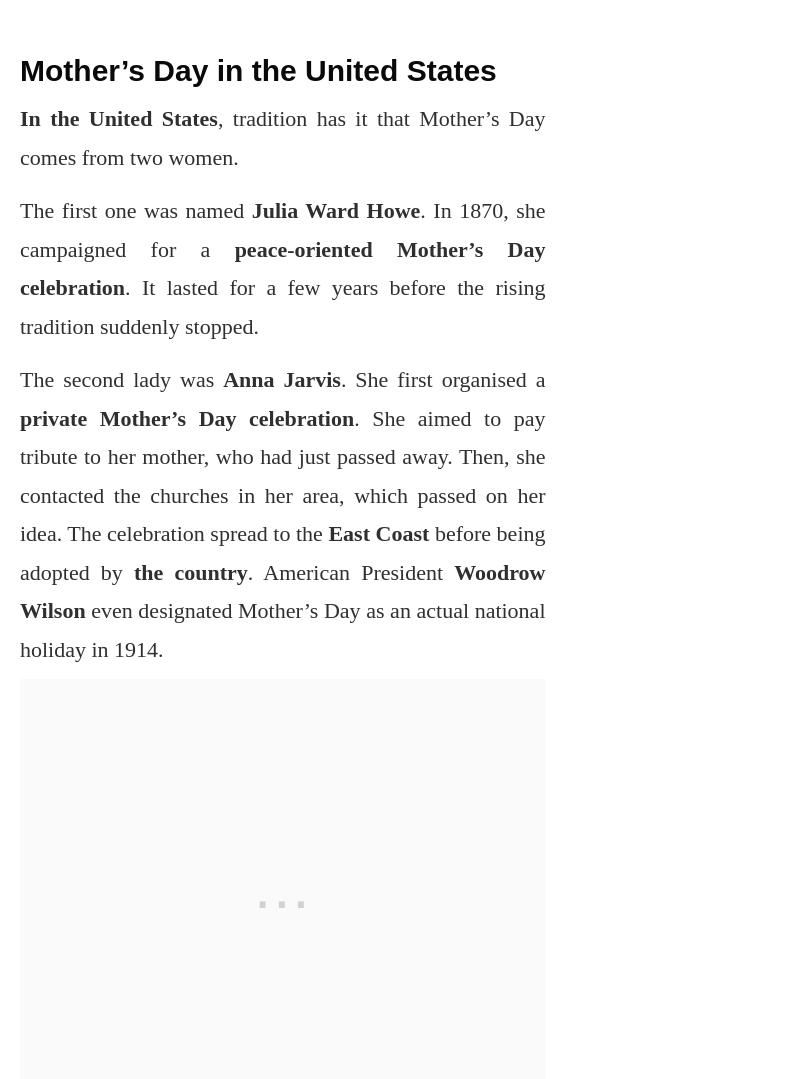 The image size is (800, 1079). What do you see at coordinates (282, 136) in the screenshot?
I see `', tradition has it that Mother’s Day comes from two women.'` at bounding box center [282, 136].